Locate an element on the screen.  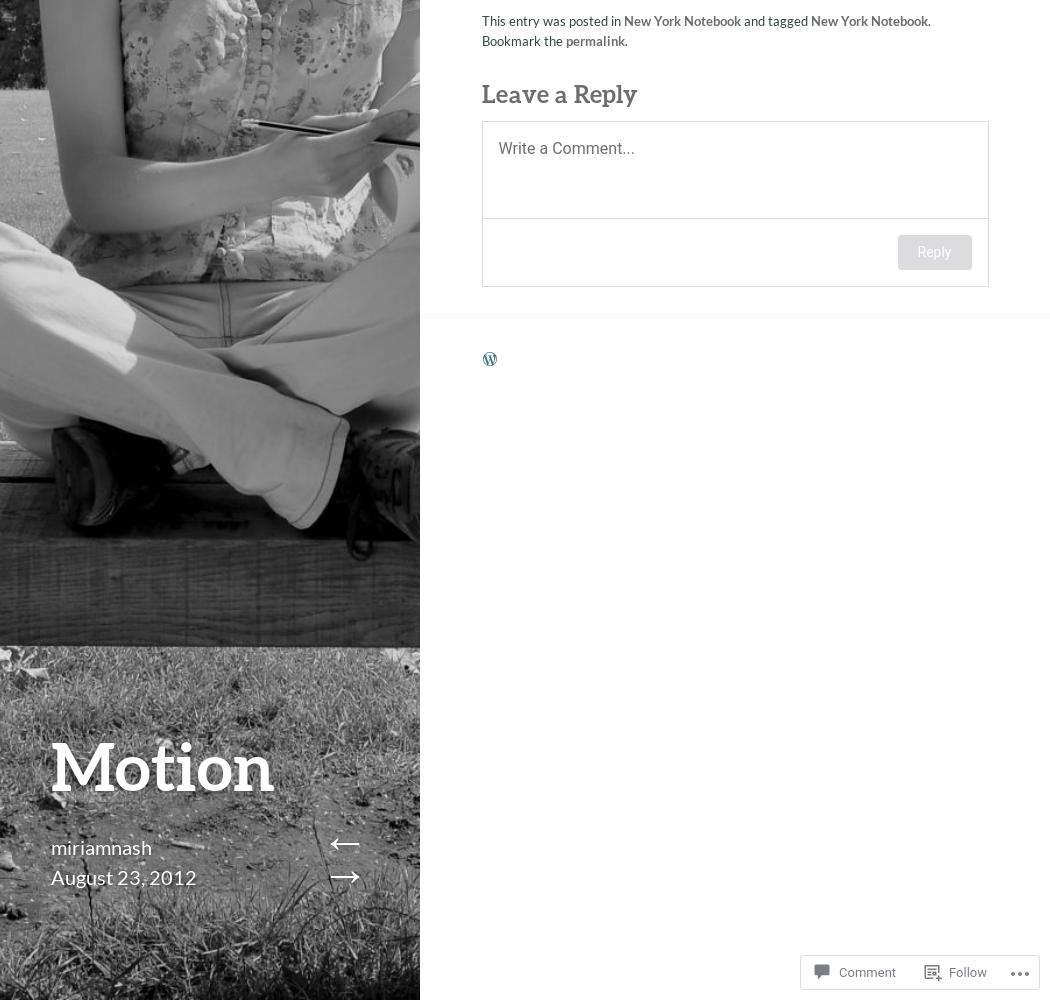
'permalink' is located at coordinates (593, 36).